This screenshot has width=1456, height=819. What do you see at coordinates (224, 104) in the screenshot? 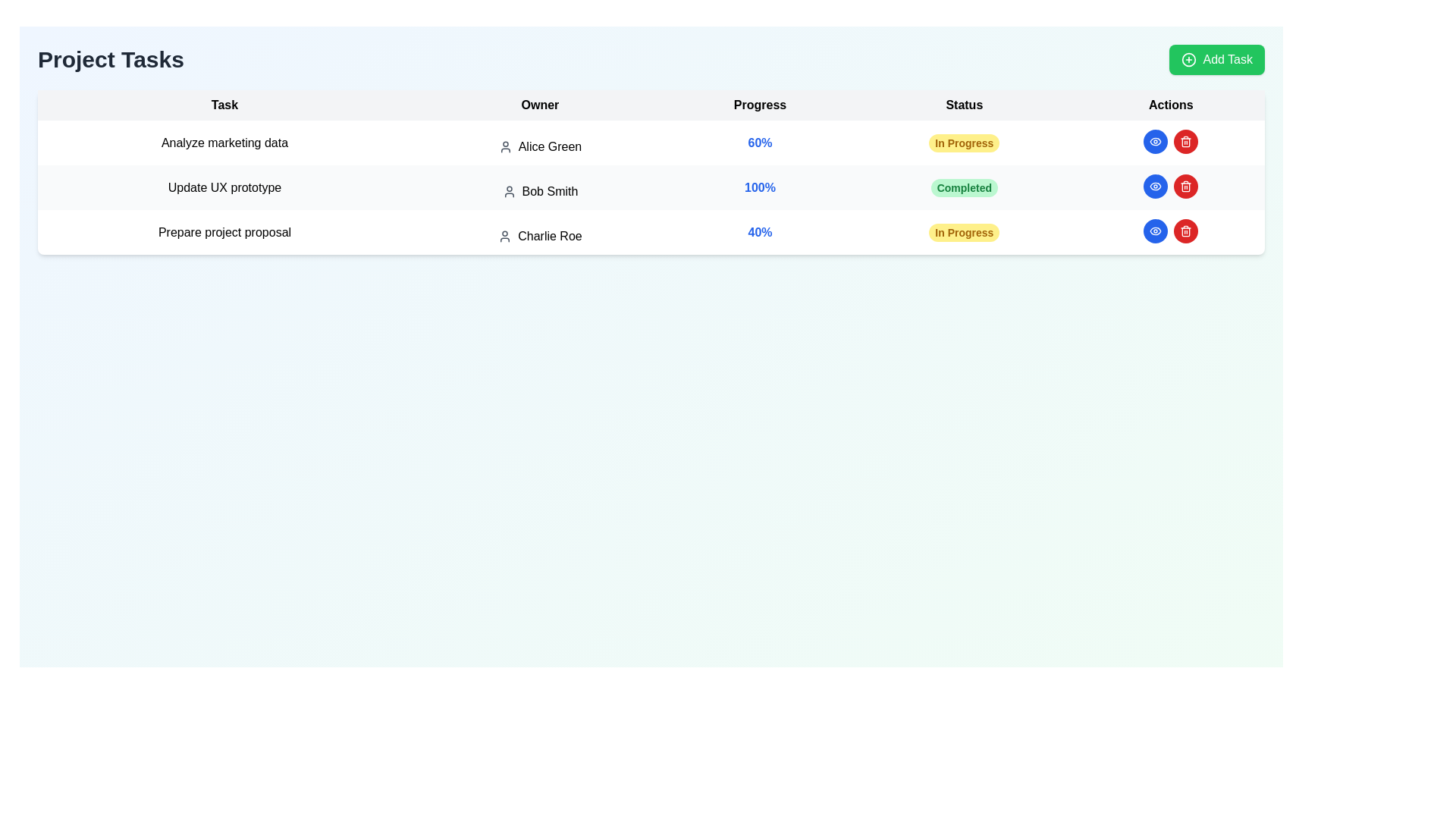
I see `the text label displaying 'Task' in the table header, which is styled with bold black font and centered alignment` at bounding box center [224, 104].